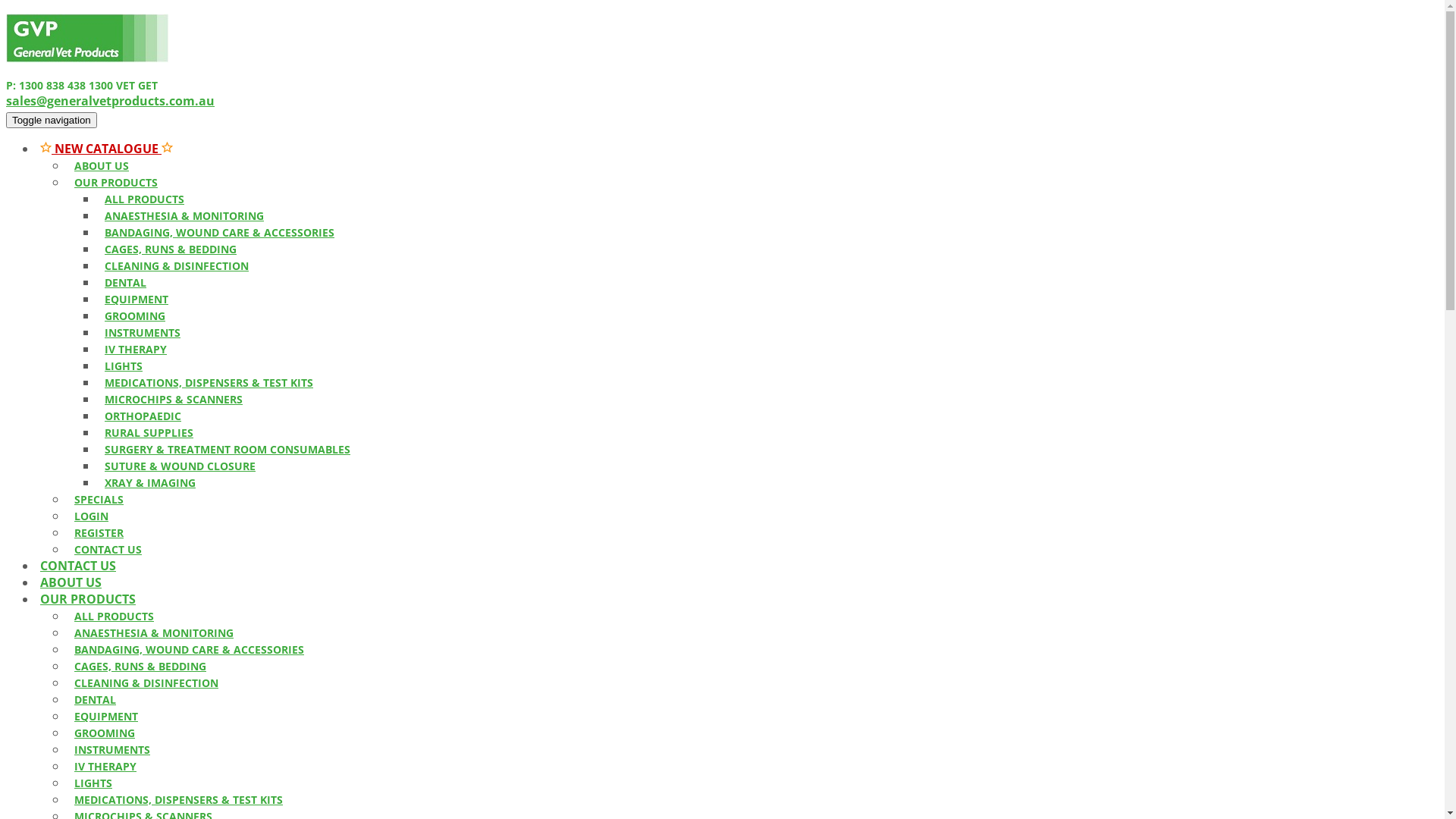 This screenshot has width=1456, height=819. Describe the element at coordinates (149, 482) in the screenshot. I see `'XRAY & IMAGING'` at that location.